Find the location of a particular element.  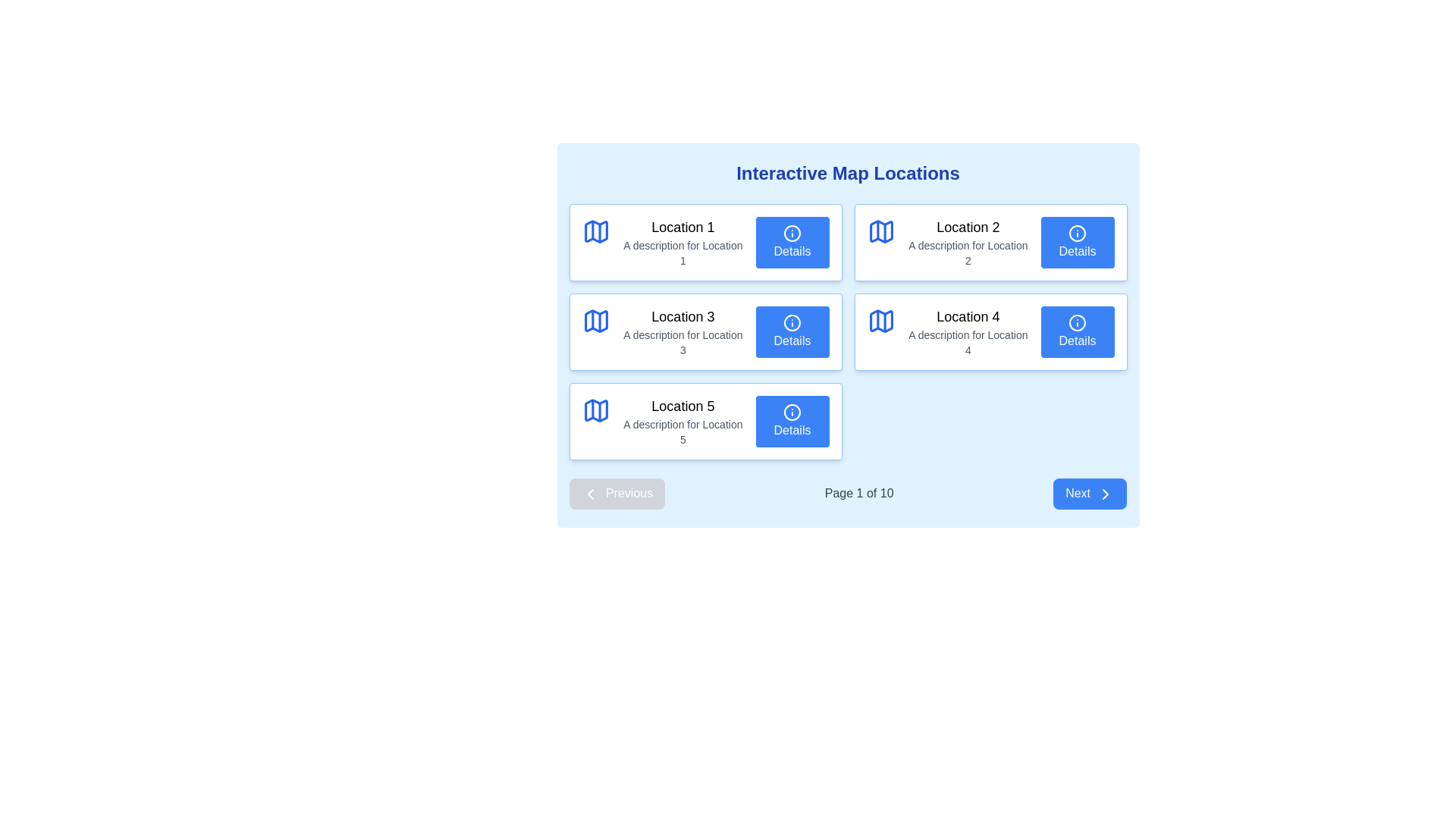

the decorative icon associated with the 'Details' button for 'Location 2', located in the first row and second column of the grid layout is located at coordinates (1076, 234).